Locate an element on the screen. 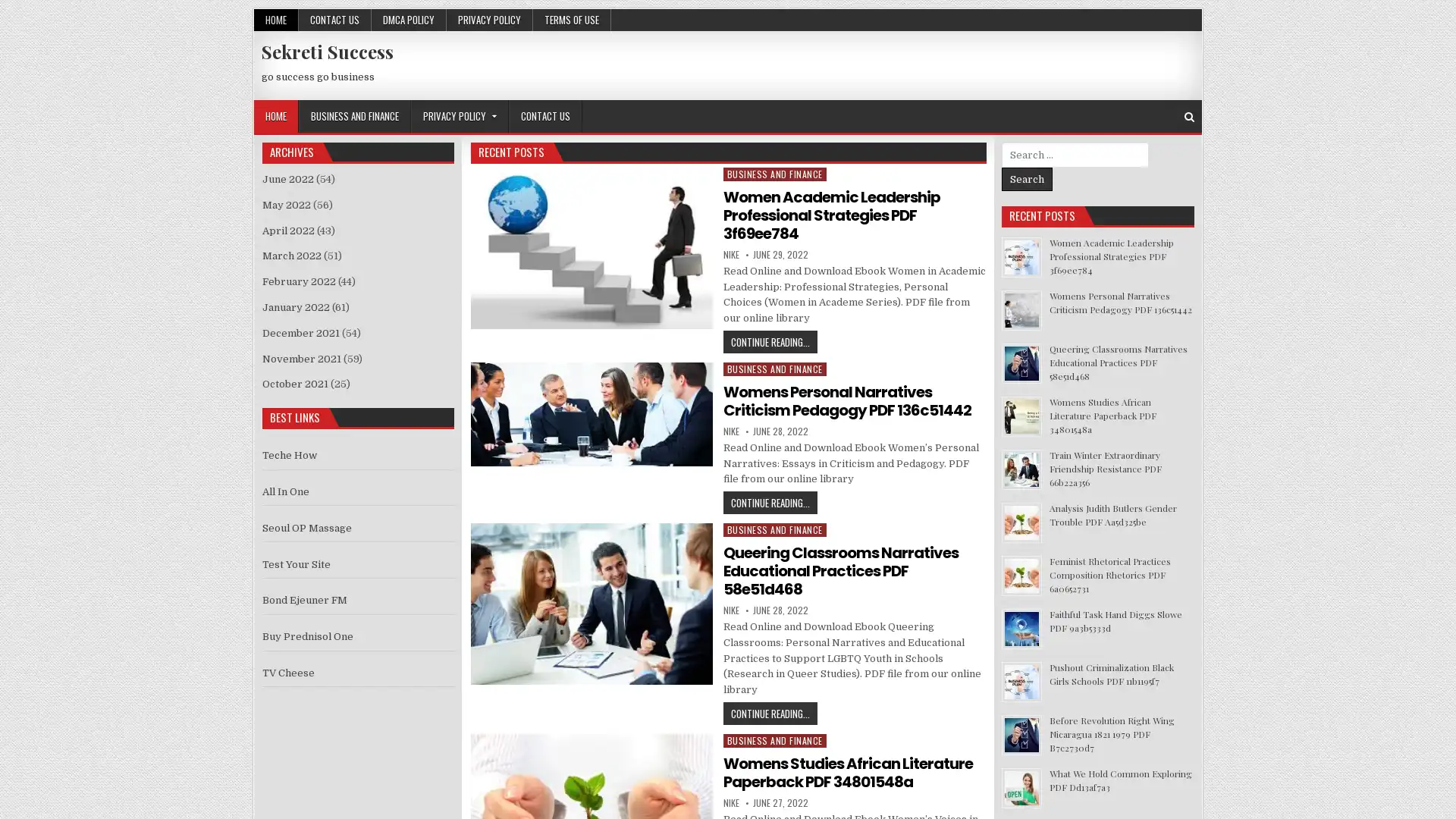 The height and width of the screenshot is (819, 1456). Search is located at coordinates (1027, 178).